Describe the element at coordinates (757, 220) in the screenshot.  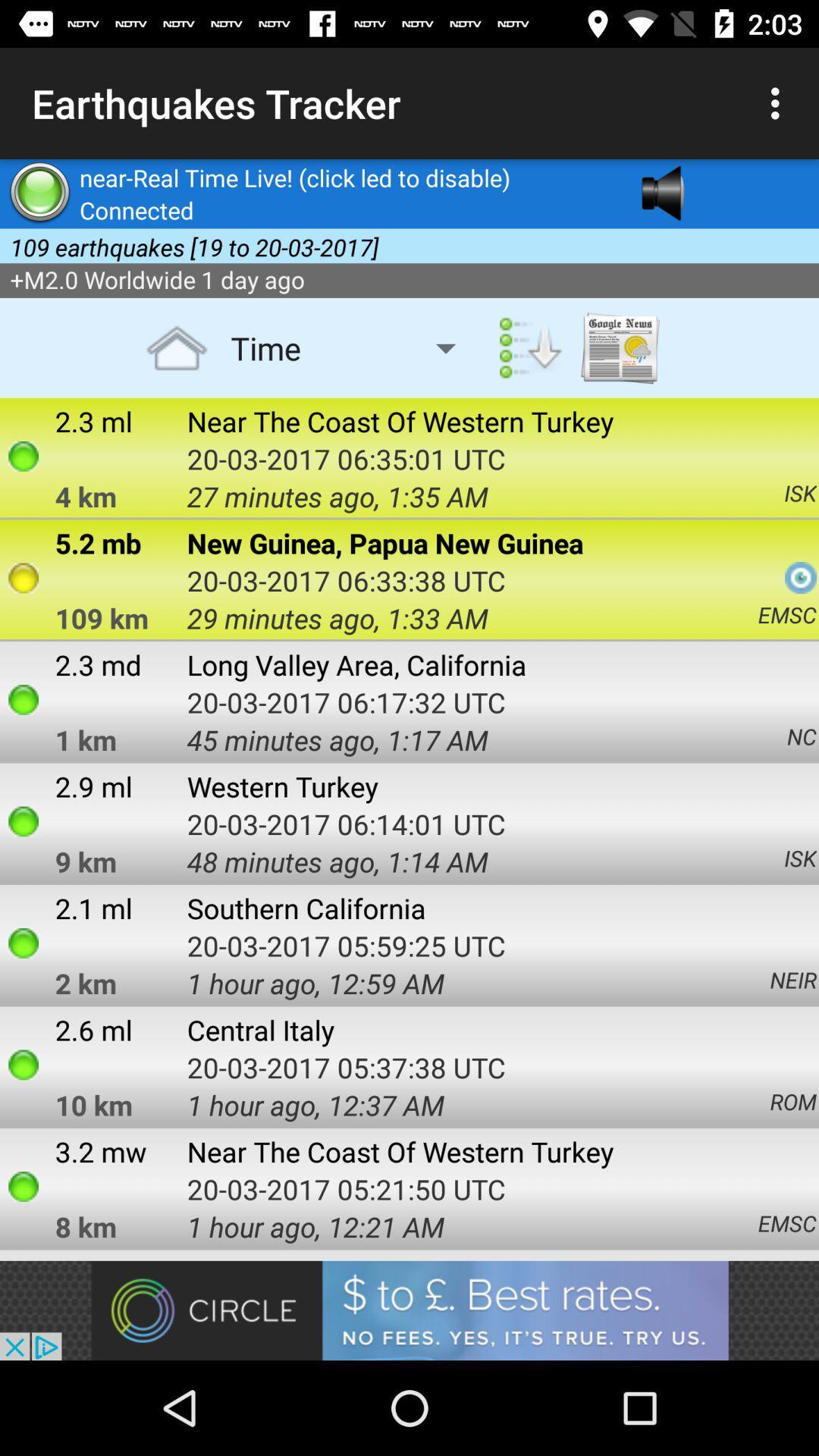
I see `the close icon` at that location.